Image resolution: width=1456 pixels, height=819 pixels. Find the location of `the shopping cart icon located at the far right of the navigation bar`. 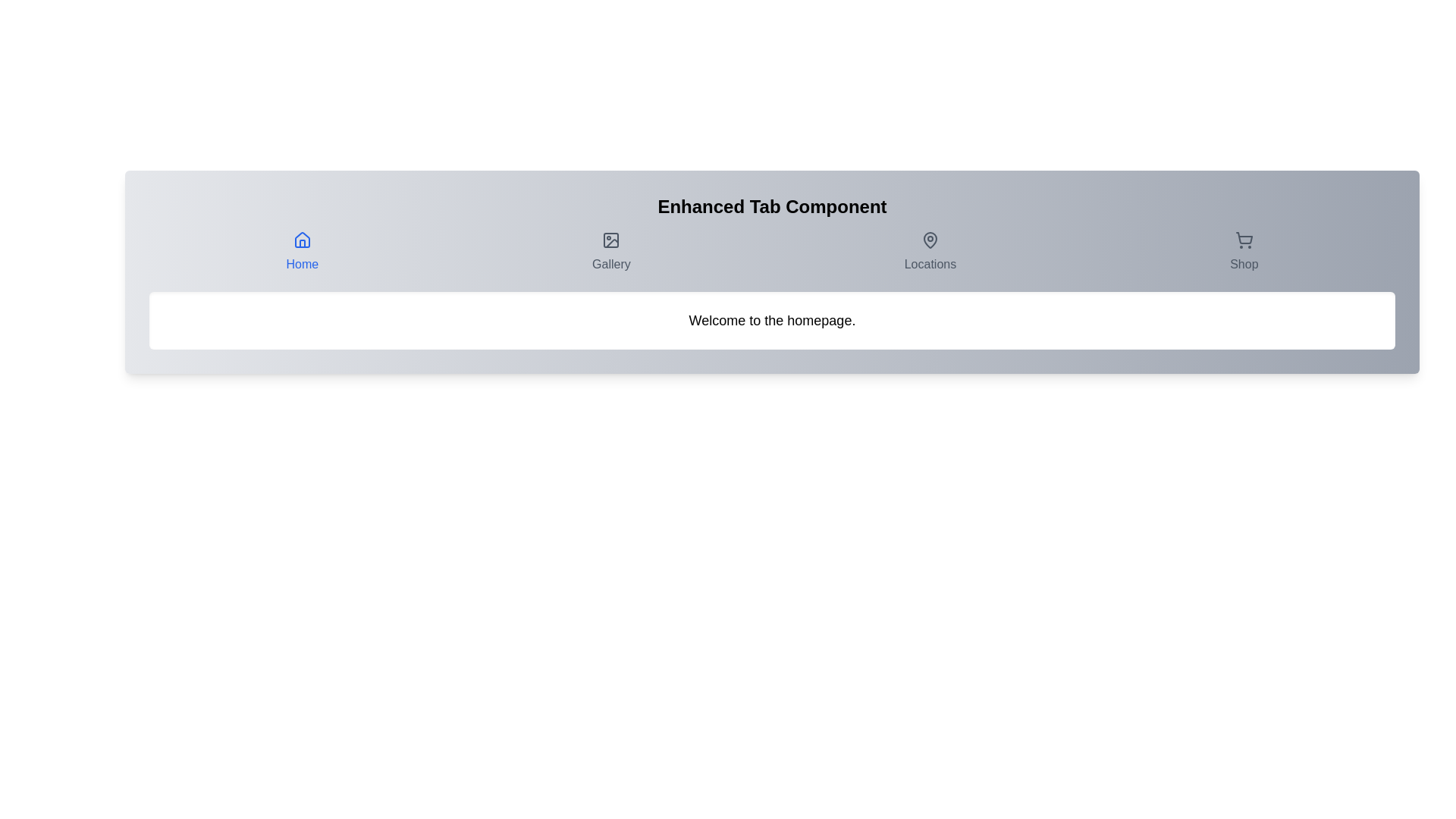

the shopping cart icon located at the far right of the navigation bar is located at coordinates (1244, 238).